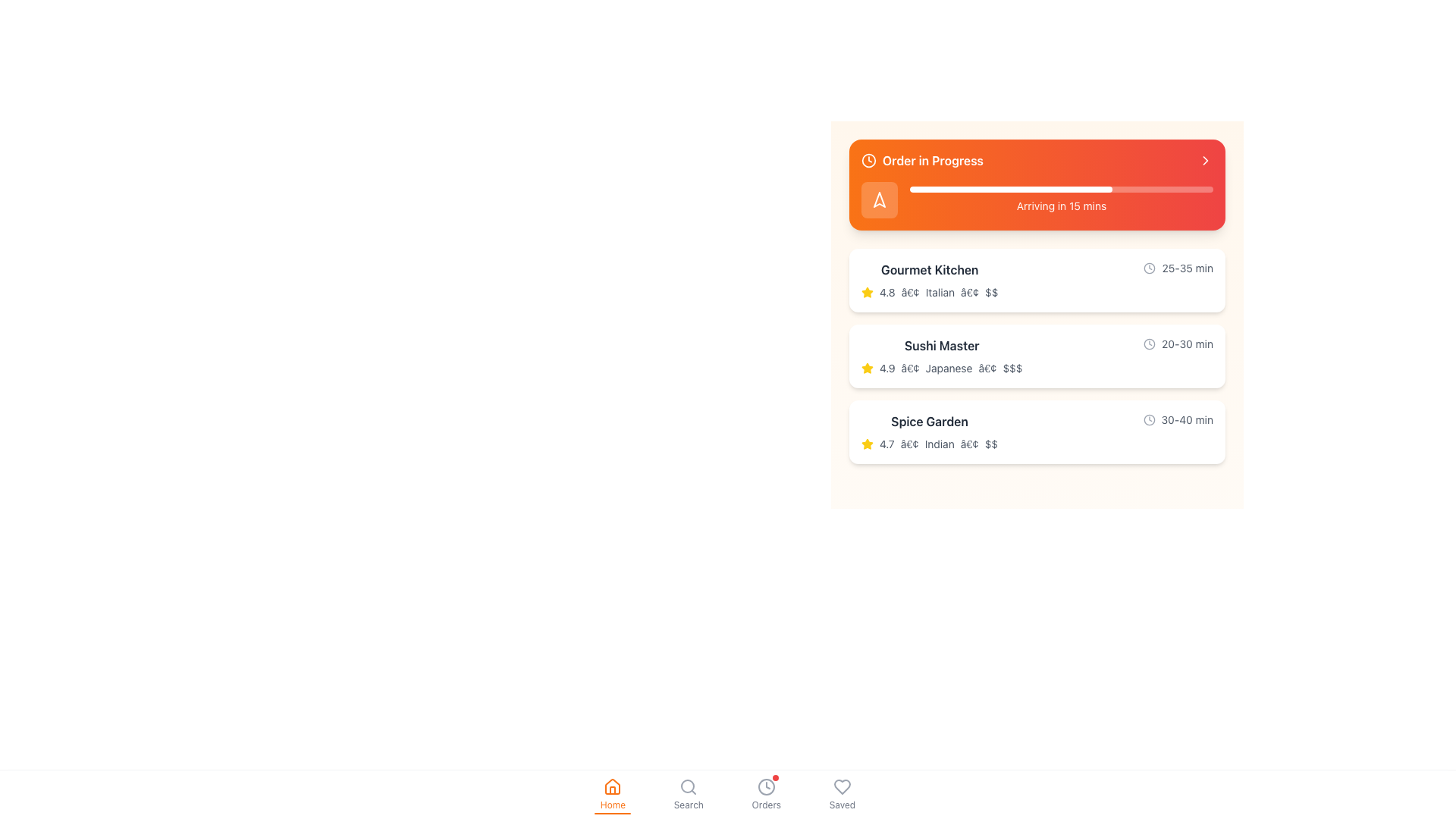 Image resolution: width=1456 pixels, height=819 pixels. I want to click on the 'Home' icon located in the bottom navigation bar, so click(613, 786).